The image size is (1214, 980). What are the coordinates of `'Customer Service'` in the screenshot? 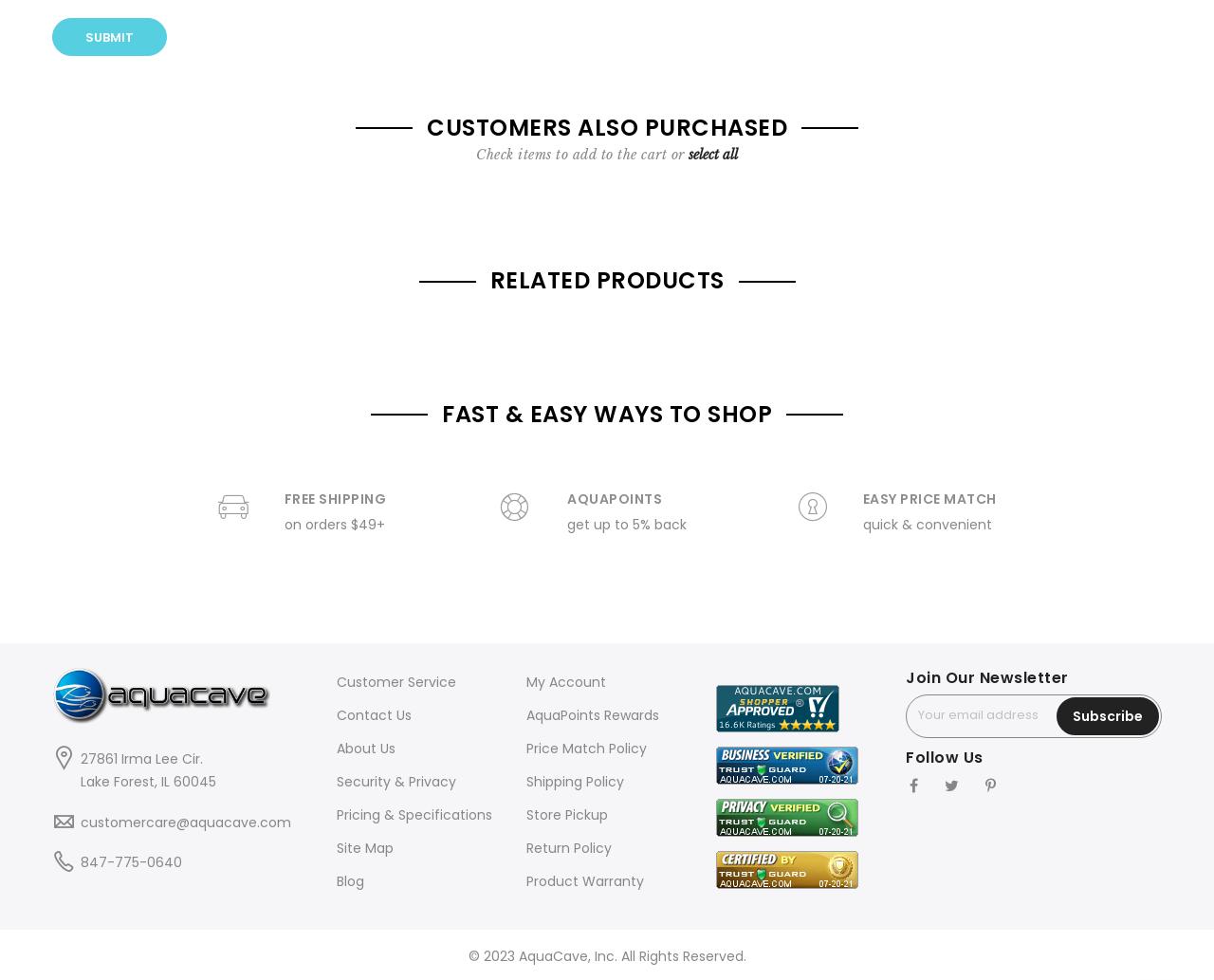 It's located at (395, 681).